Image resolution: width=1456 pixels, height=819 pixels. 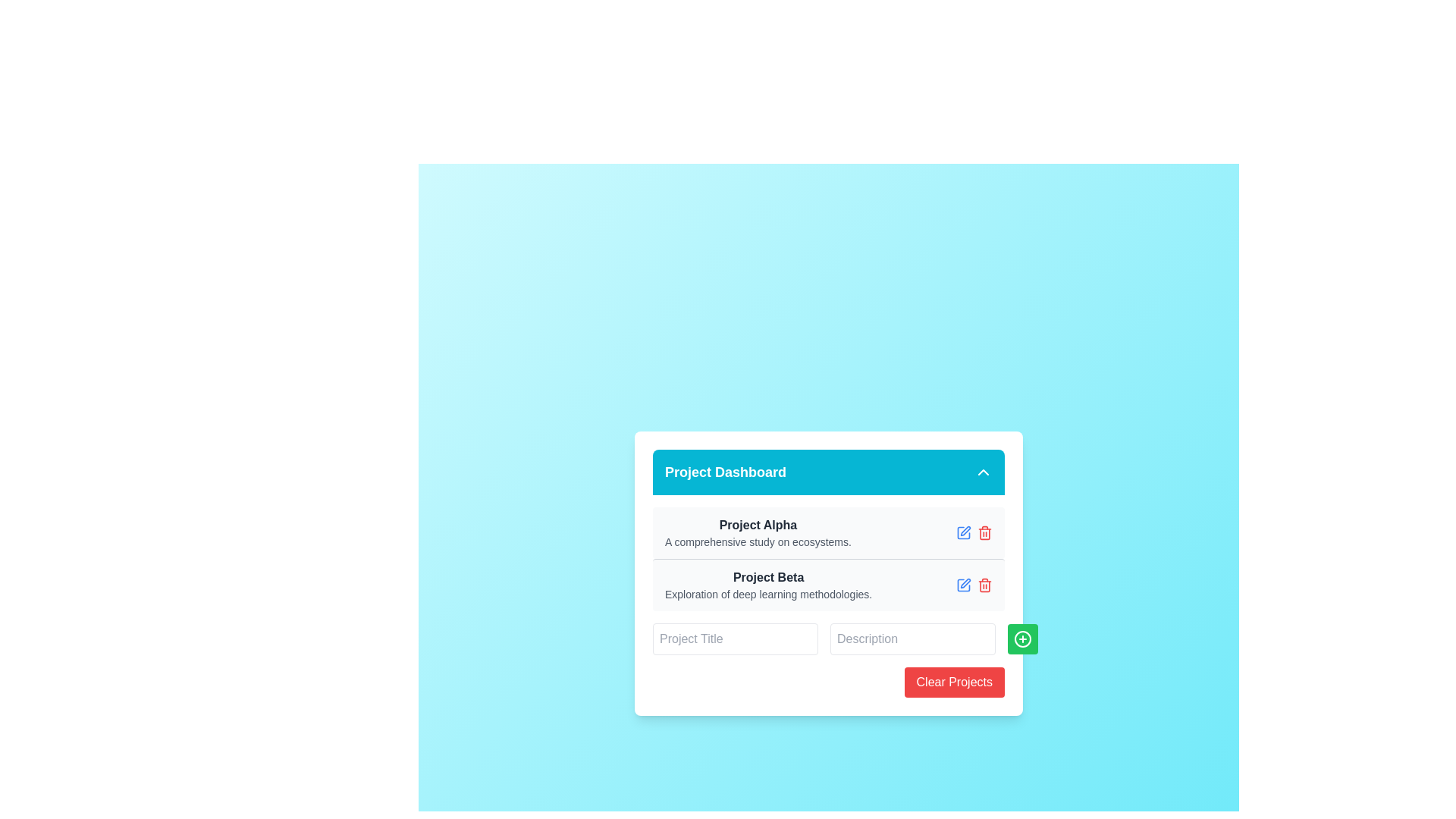 What do you see at coordinates (724, 471) in the screenshot?
I see `the text label reading 'Project Dashboard', which is styled with a bold font and white color on a cyan background, positioned at the top of a card-like component` at bounding box center [724, 471].